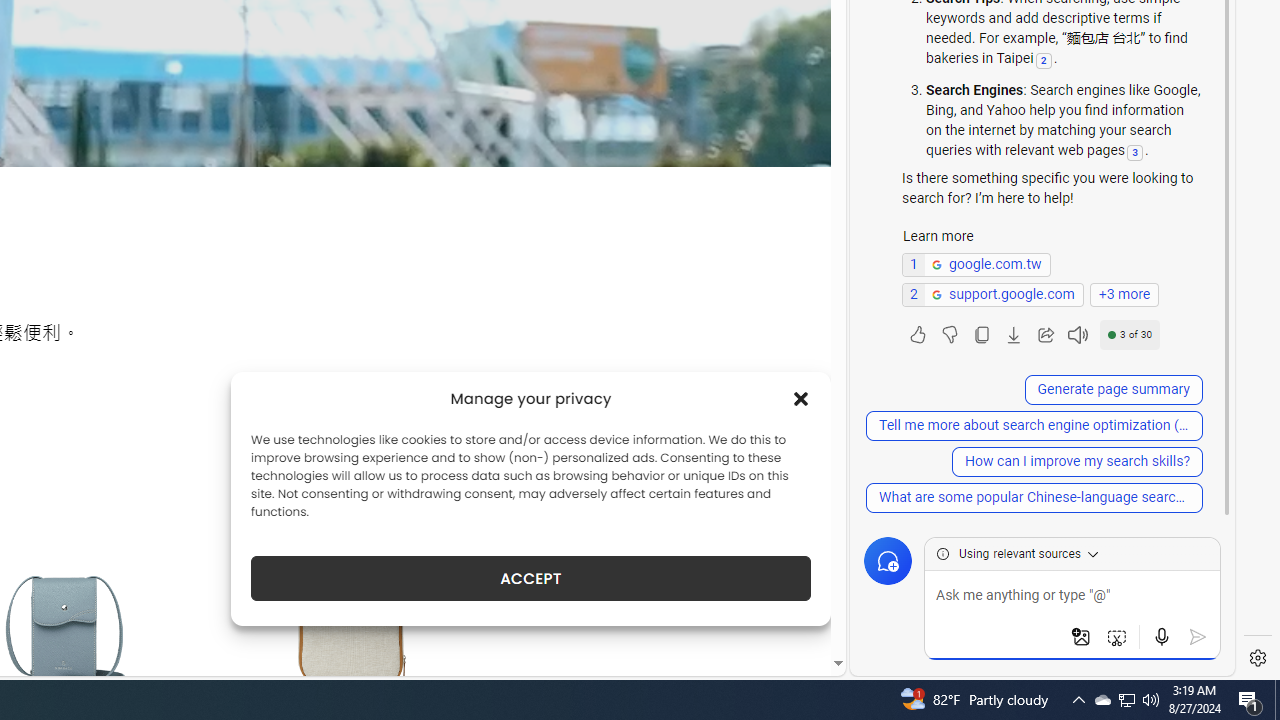 Image resolution: width=1280 pixels, height=720 pixels. I want to click on 'Class: cmplz-close', so click(801, 398).